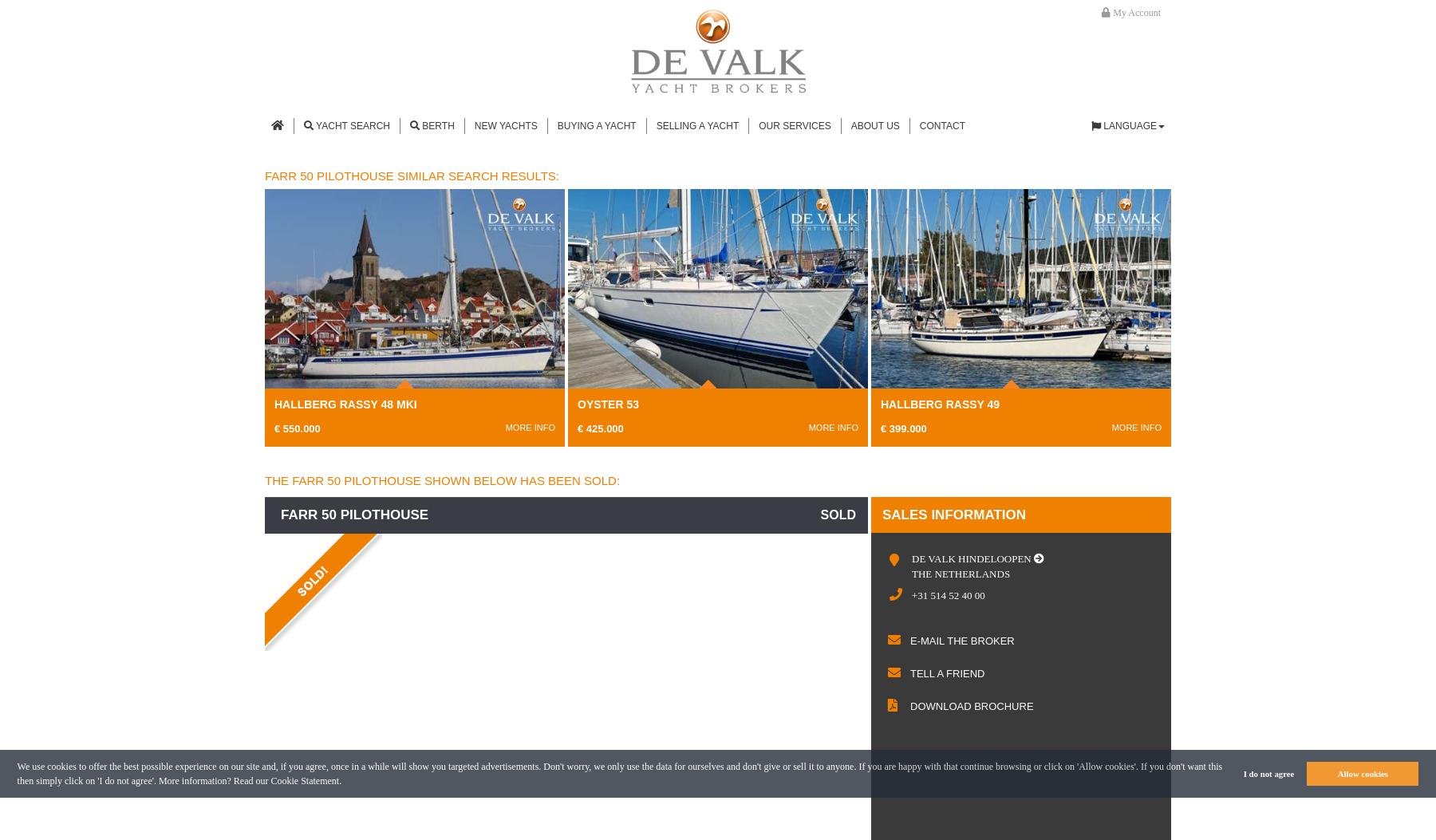 This screenshot has width=1436, height=840. I want to click on 'sold', so click(836, 513).